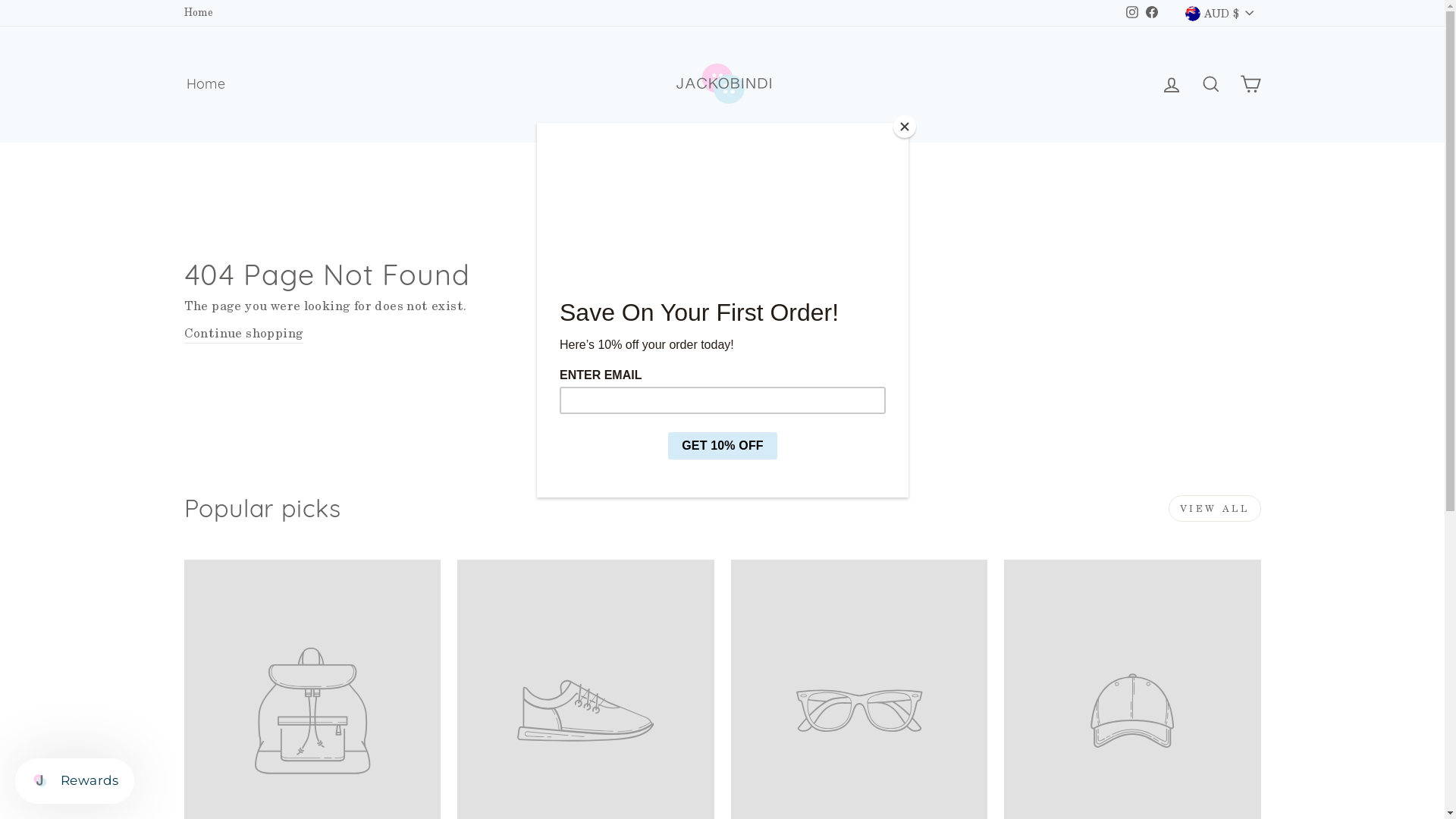 The width and height of the screenshot is (1456, 819). Describe the element at coordinates (204, 84) in the screenshot. I see `'Home'` at that location.